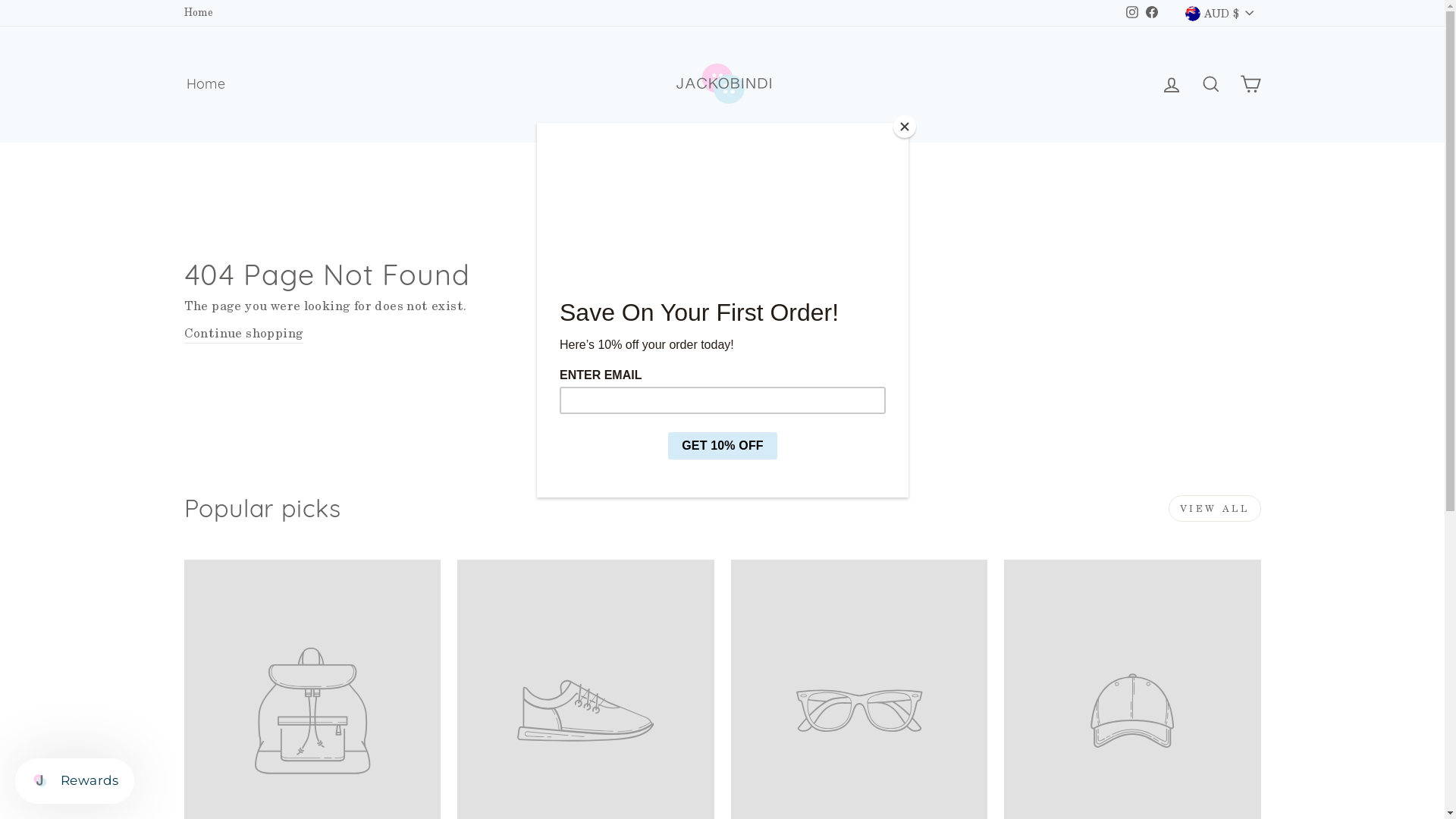 The width and height of the screenshot is (1456, 819). Describe the element at coordinates (204, 84) in the screenshot. I see `'Home'` at that location.